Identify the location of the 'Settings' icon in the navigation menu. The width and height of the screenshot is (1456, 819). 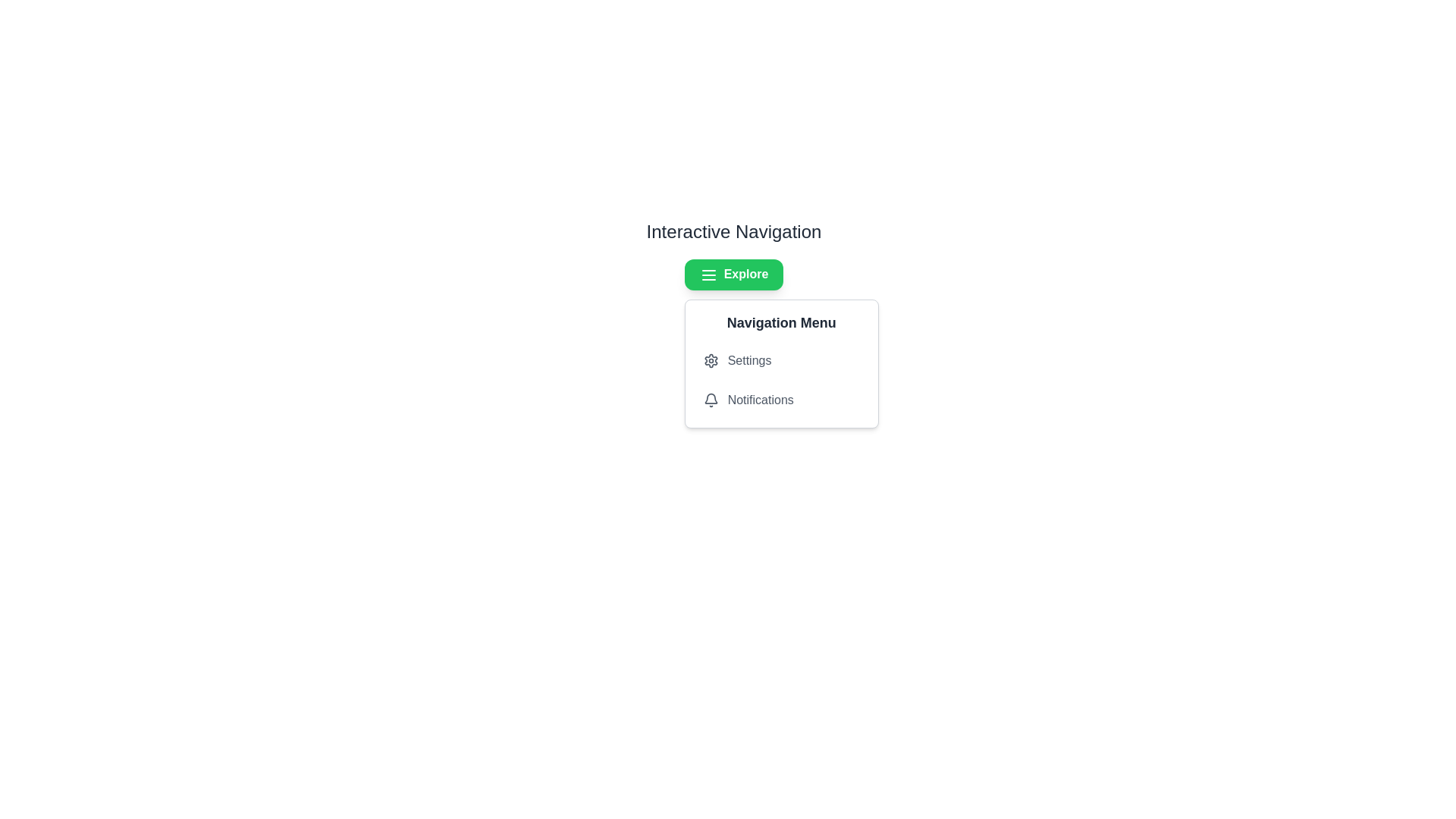
(710, 360).